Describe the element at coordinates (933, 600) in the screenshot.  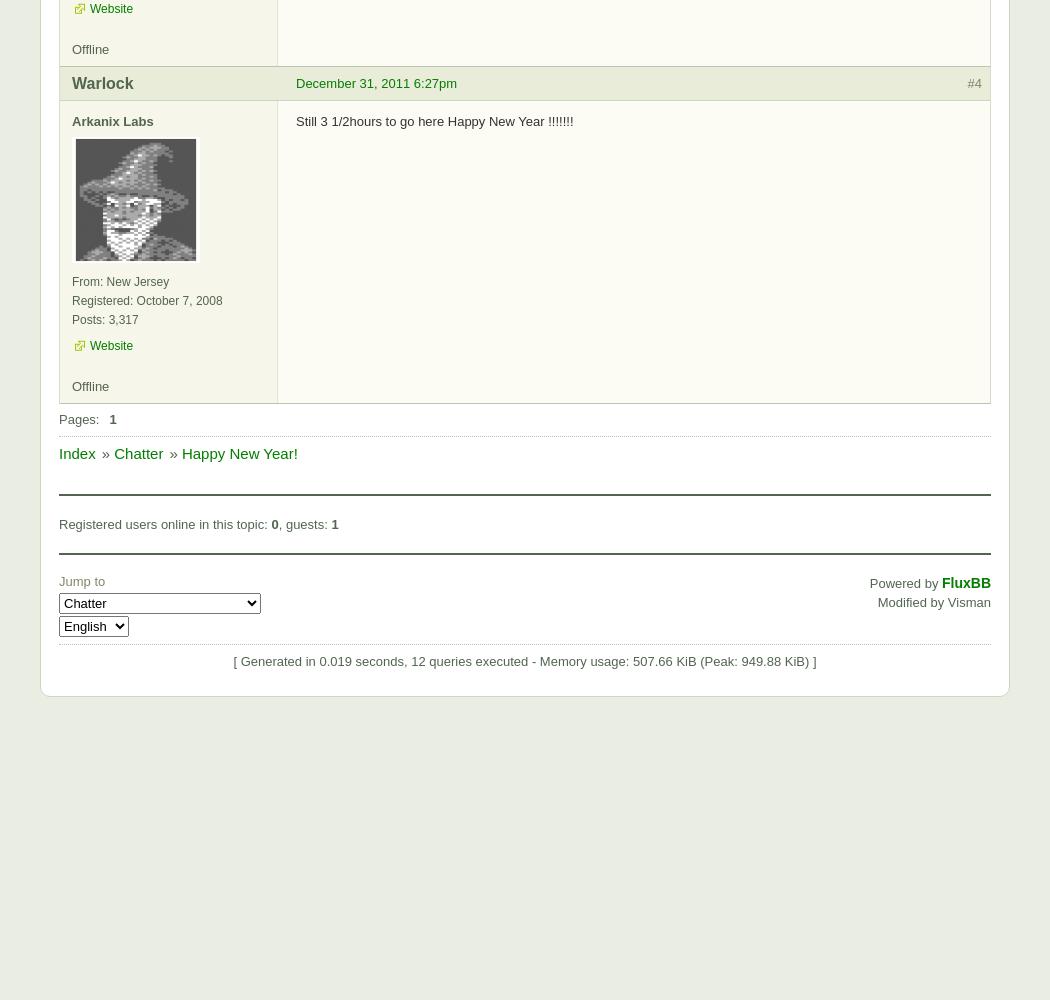
I see `'Modified by Visman'` at that location.